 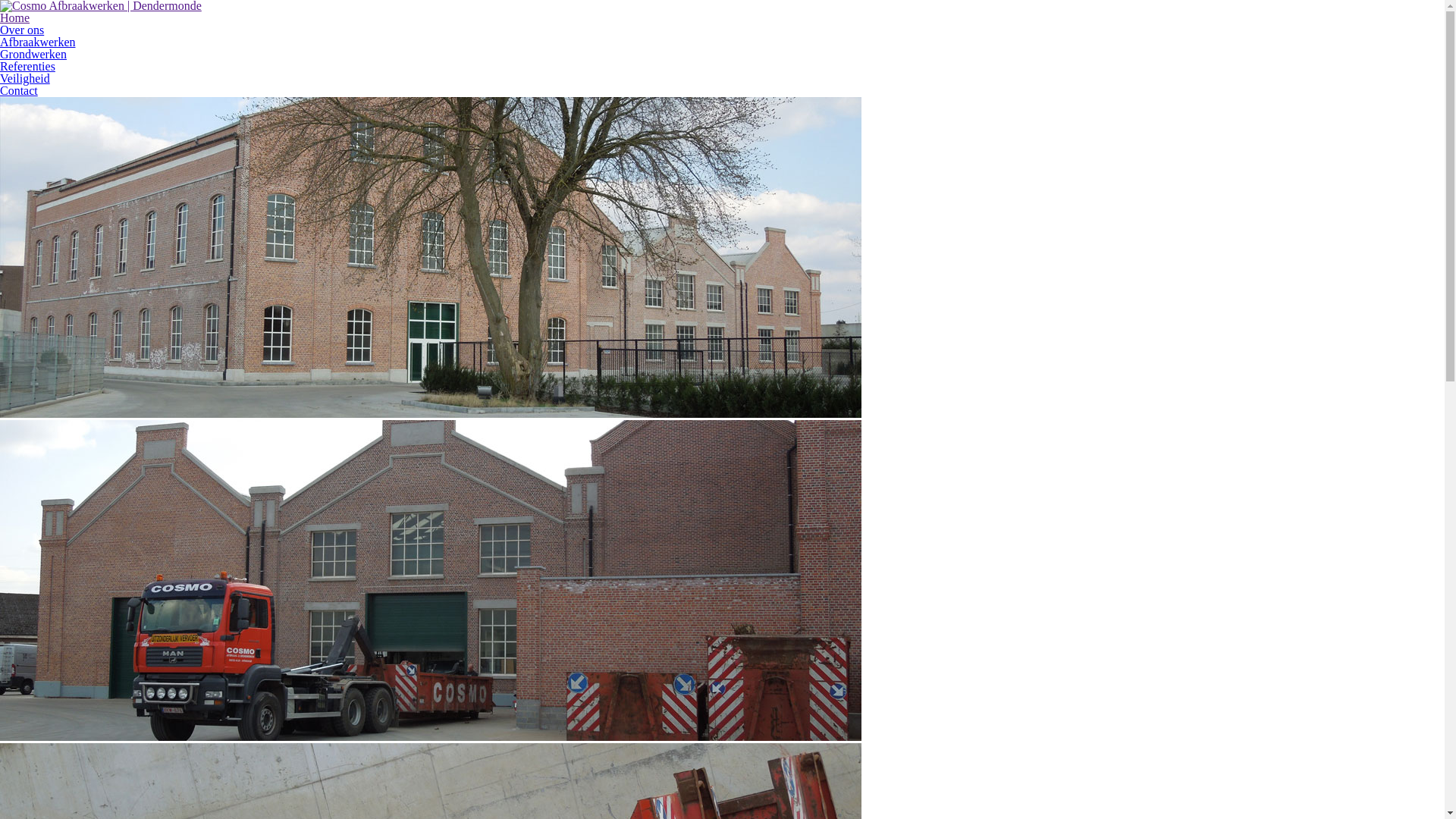 What do you see at coordinates (0, 30) in the screenshot?
I see `'Over ons'` at bounding box center [0, 30].